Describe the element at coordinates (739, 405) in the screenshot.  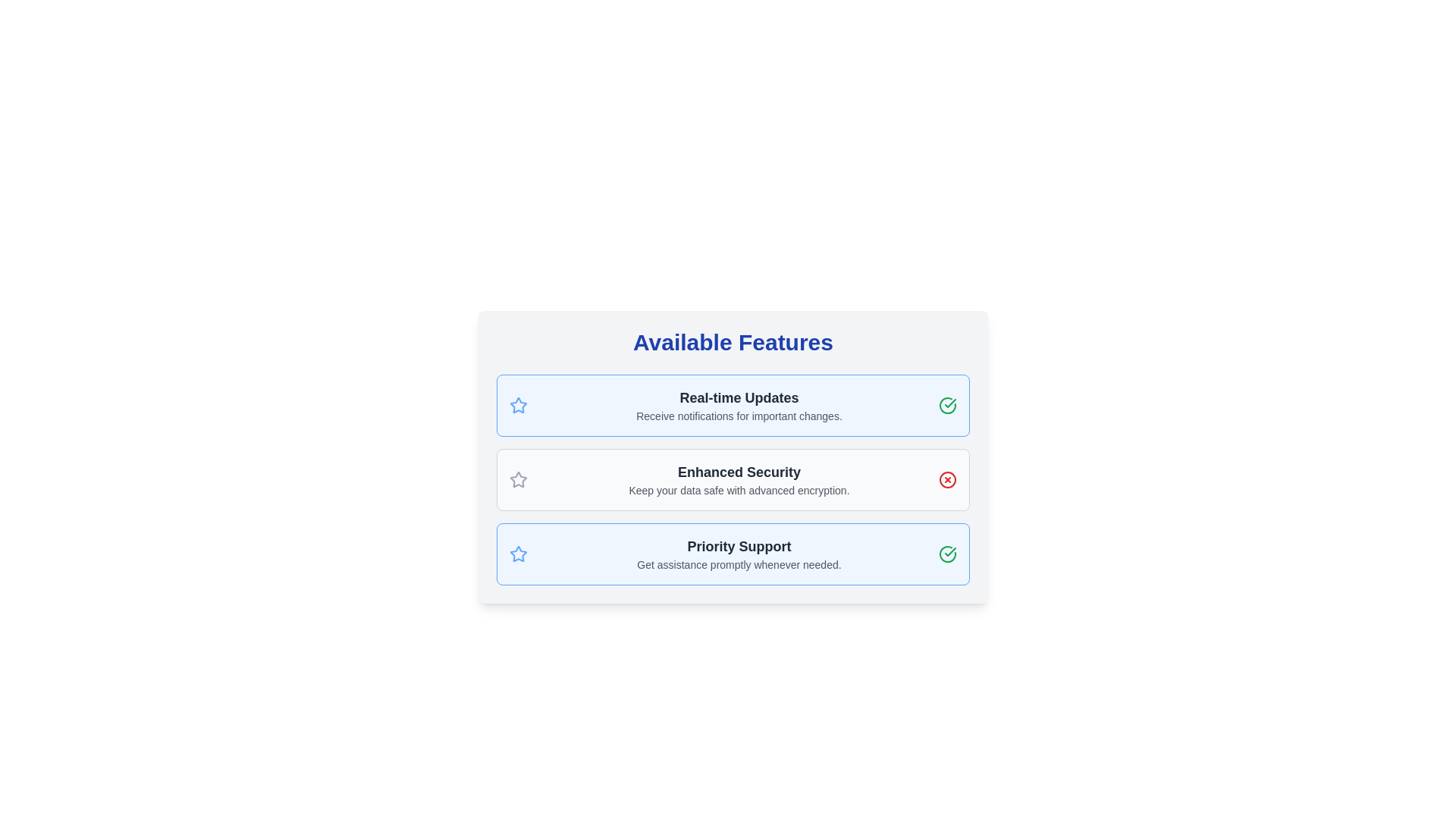
I see `text block describing the 'Real-time Updates' feature, which is located within the first card under the 'Available Features' heading` at that location.